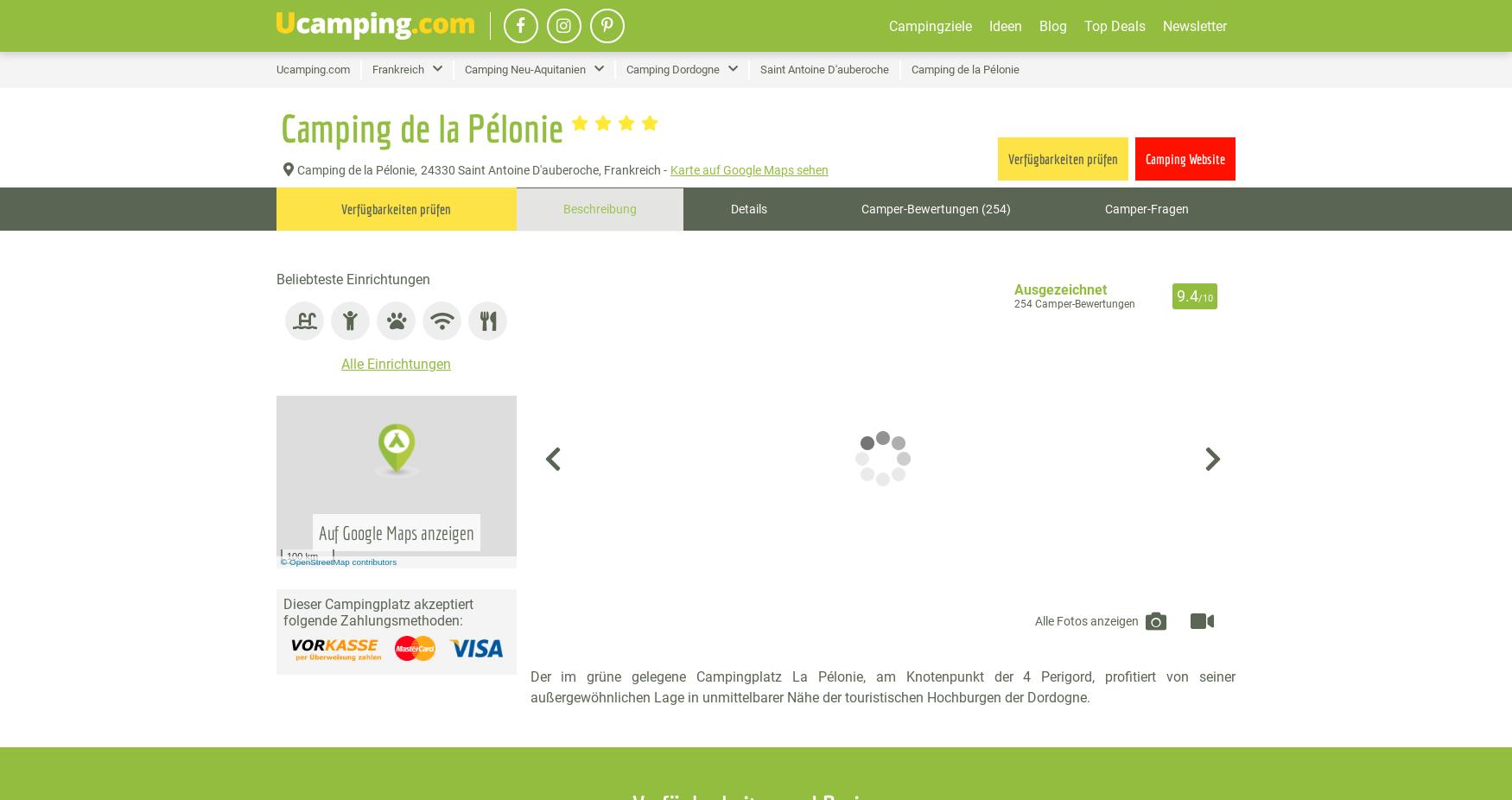 This screenshot has height=800, width=1512. What do you see at coordinates (965, 114) in the screenshot?
I see `'Camping am See'` at bounding box center [965, 114].